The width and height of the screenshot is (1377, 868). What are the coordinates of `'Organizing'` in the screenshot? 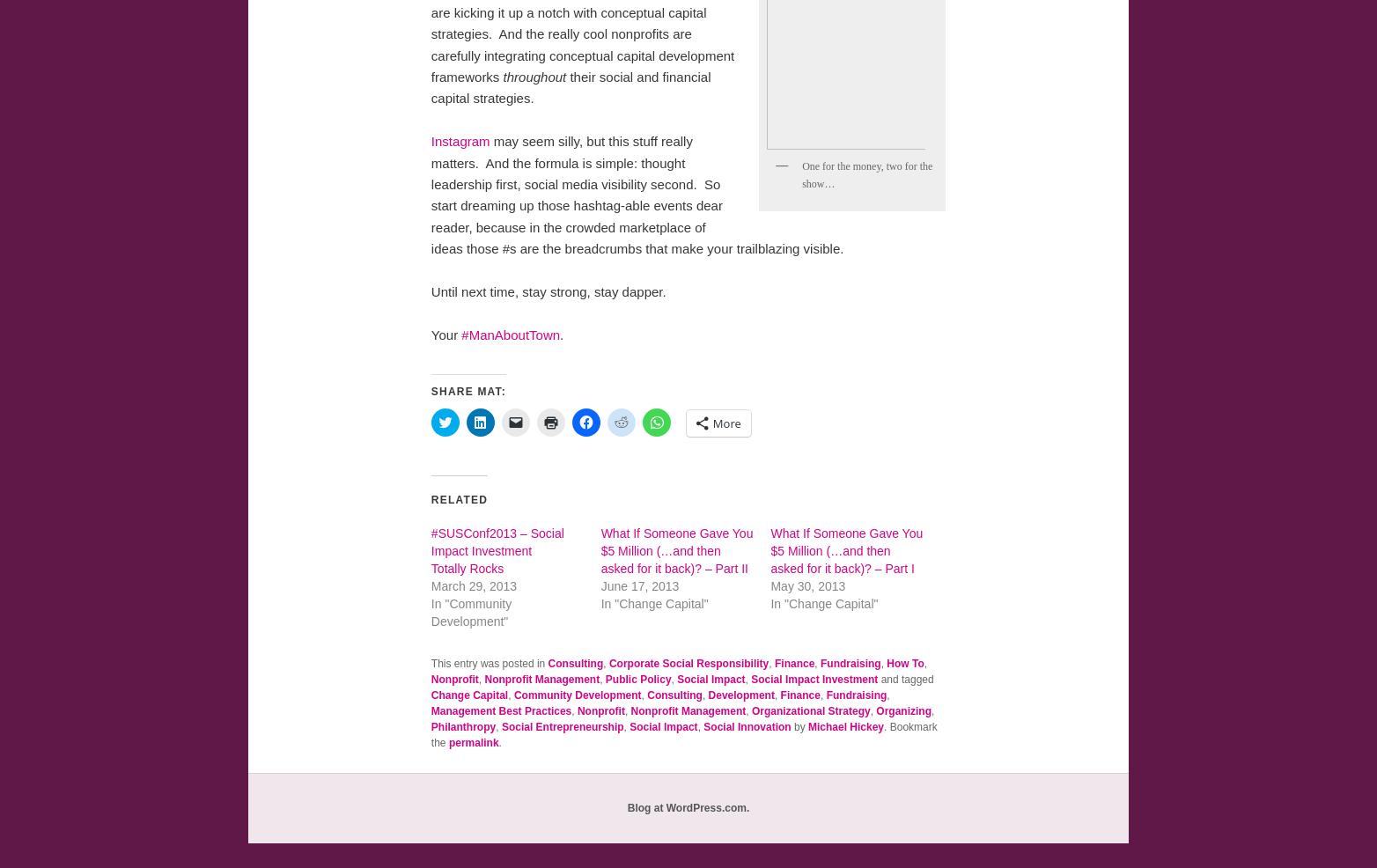 It's located at (902, 711).